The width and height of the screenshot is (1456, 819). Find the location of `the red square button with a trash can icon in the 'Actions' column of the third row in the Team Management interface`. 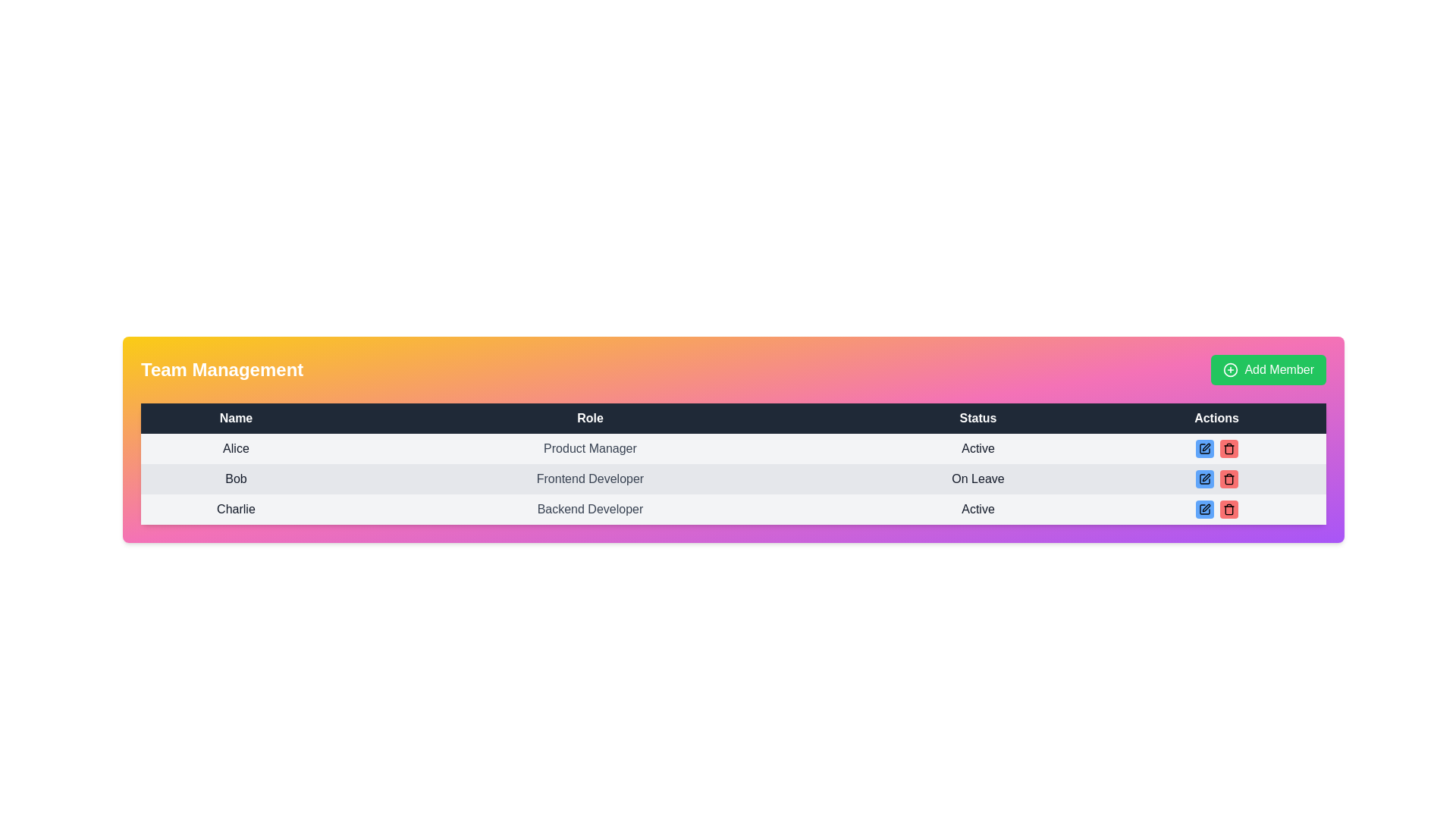

the red square button with a trash can icon in the 'Actions' column of the third row in the Team Management interface is located at coordinates (1228, 447).